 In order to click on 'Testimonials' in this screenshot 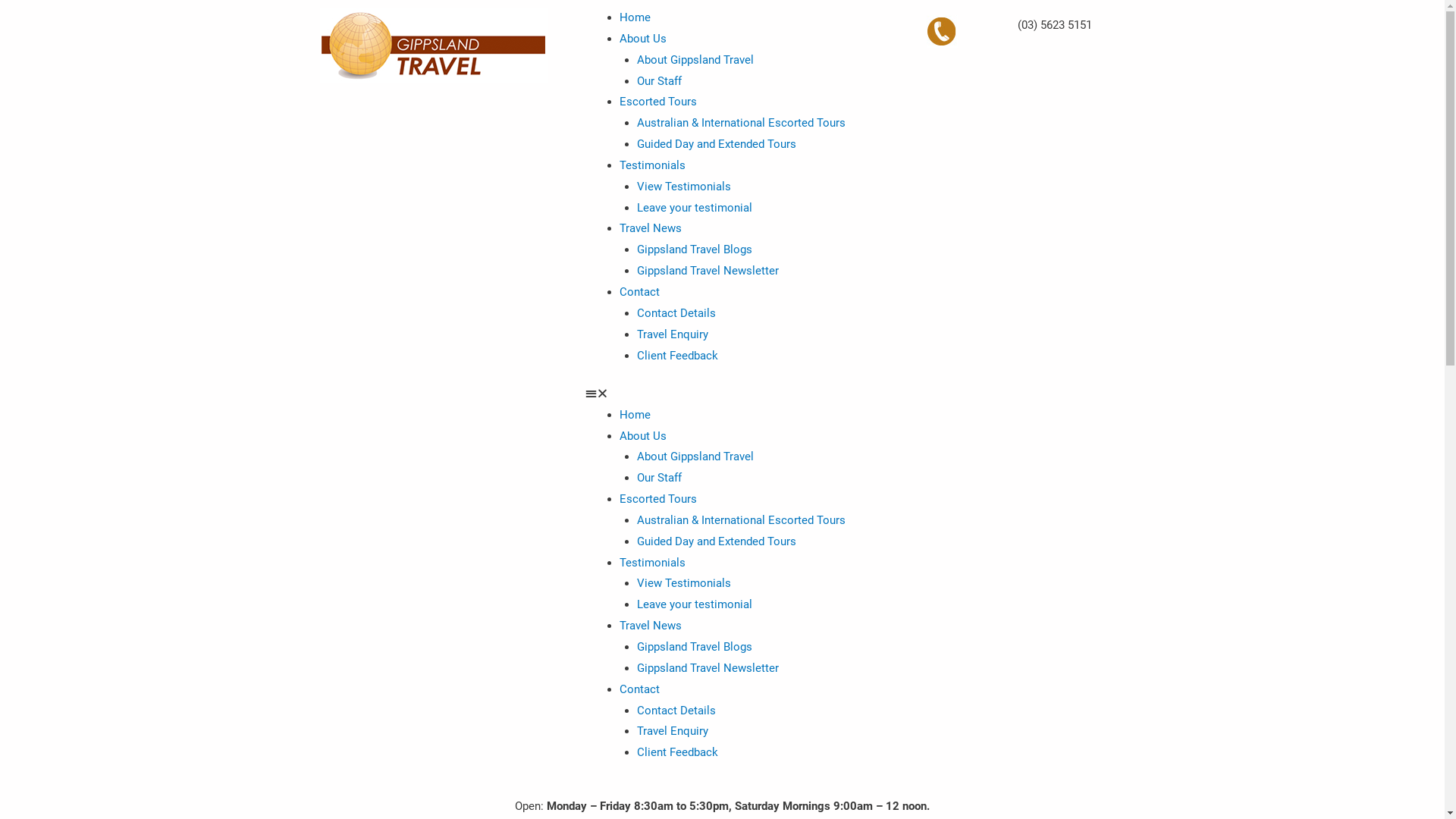, I will do `click(652, 165)`.